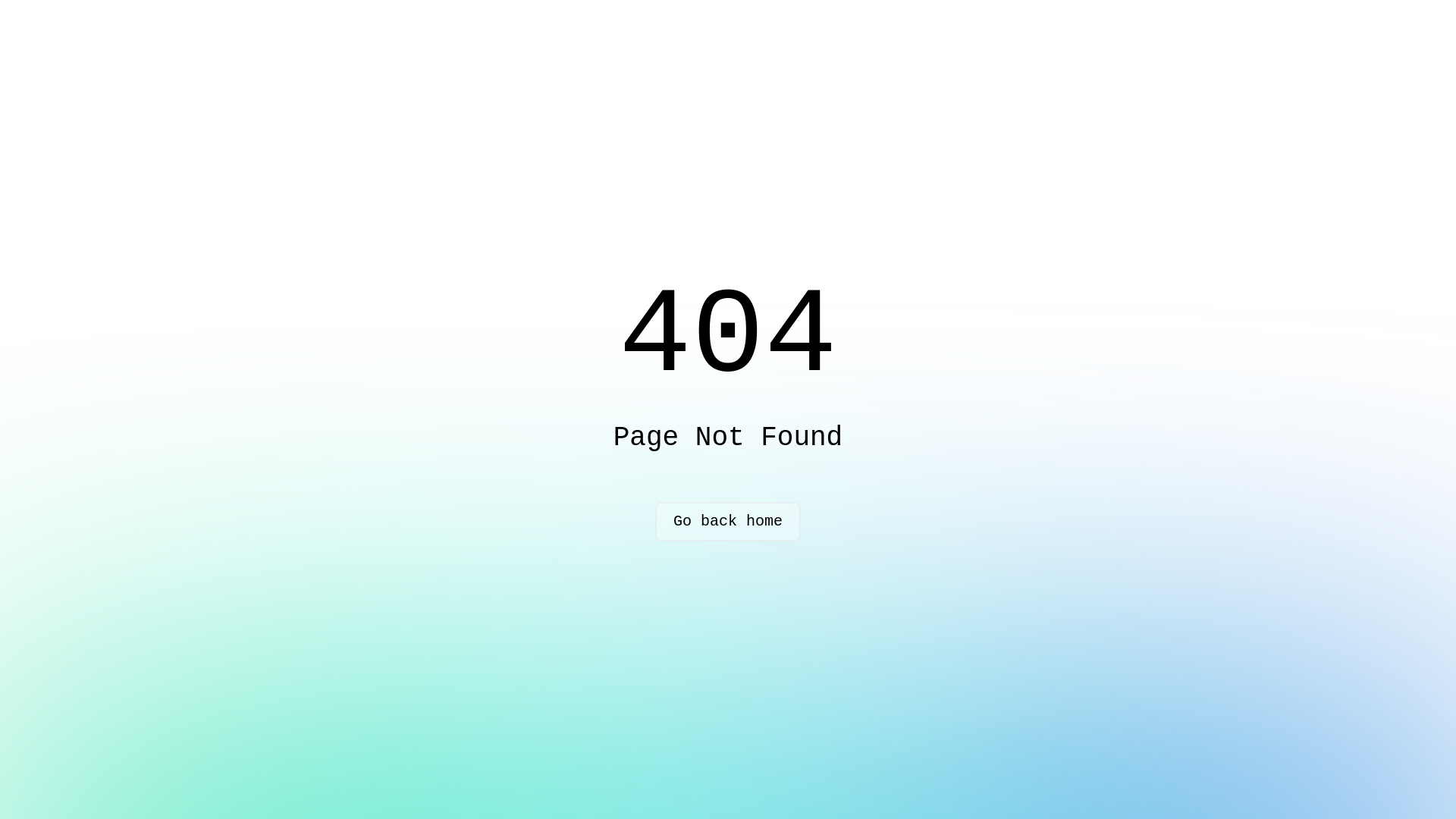 This screenshot has width=1456, height=819. Describe the element at coordinates (655, 520) in the screenshot. I see `'Go back home'` at that location.